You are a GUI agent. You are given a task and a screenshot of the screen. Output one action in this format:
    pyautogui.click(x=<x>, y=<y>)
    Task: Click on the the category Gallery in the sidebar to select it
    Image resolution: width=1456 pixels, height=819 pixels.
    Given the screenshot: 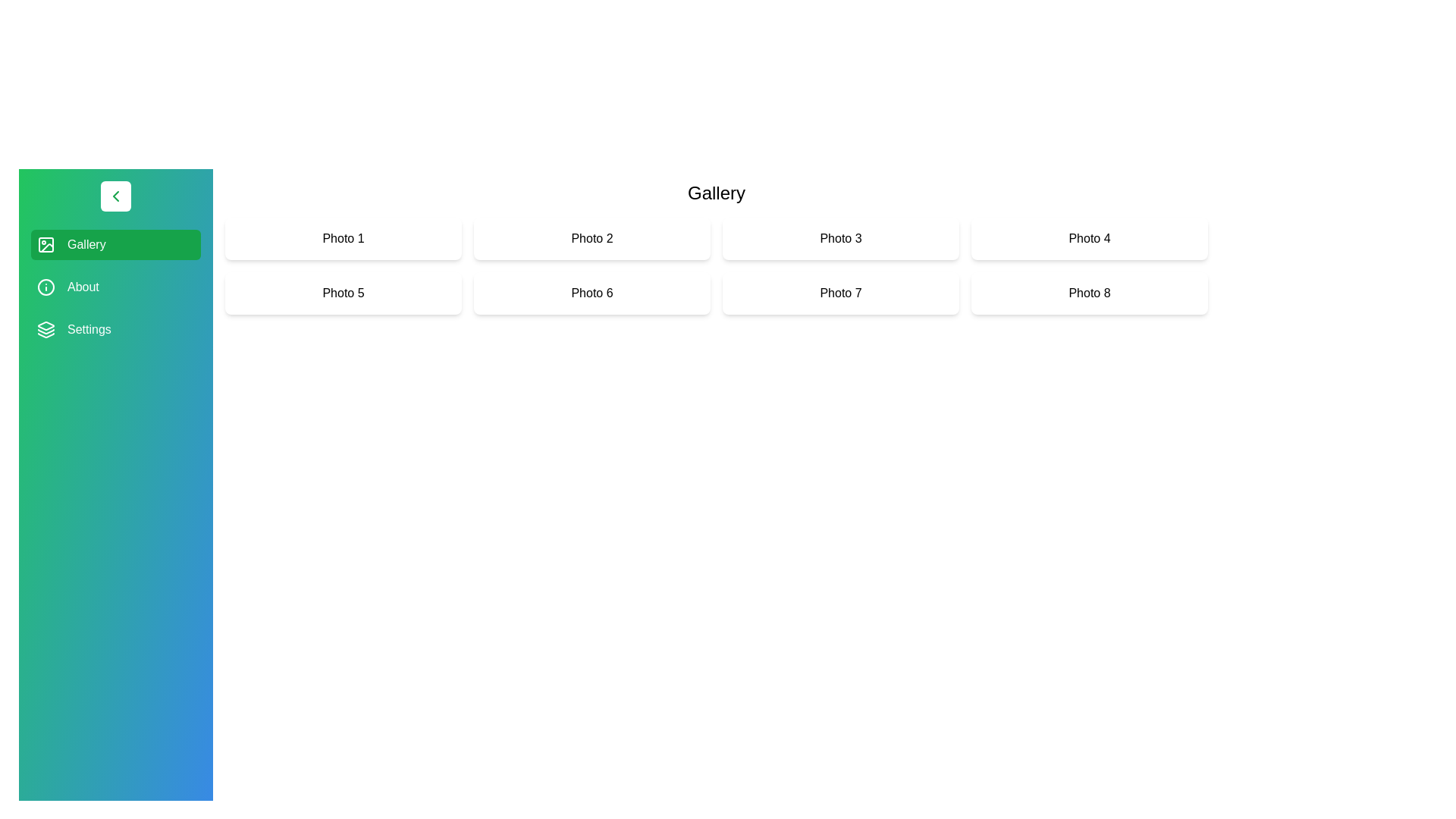 What is the action you would take?
    pyautogui.click(x=115, y=244)
    